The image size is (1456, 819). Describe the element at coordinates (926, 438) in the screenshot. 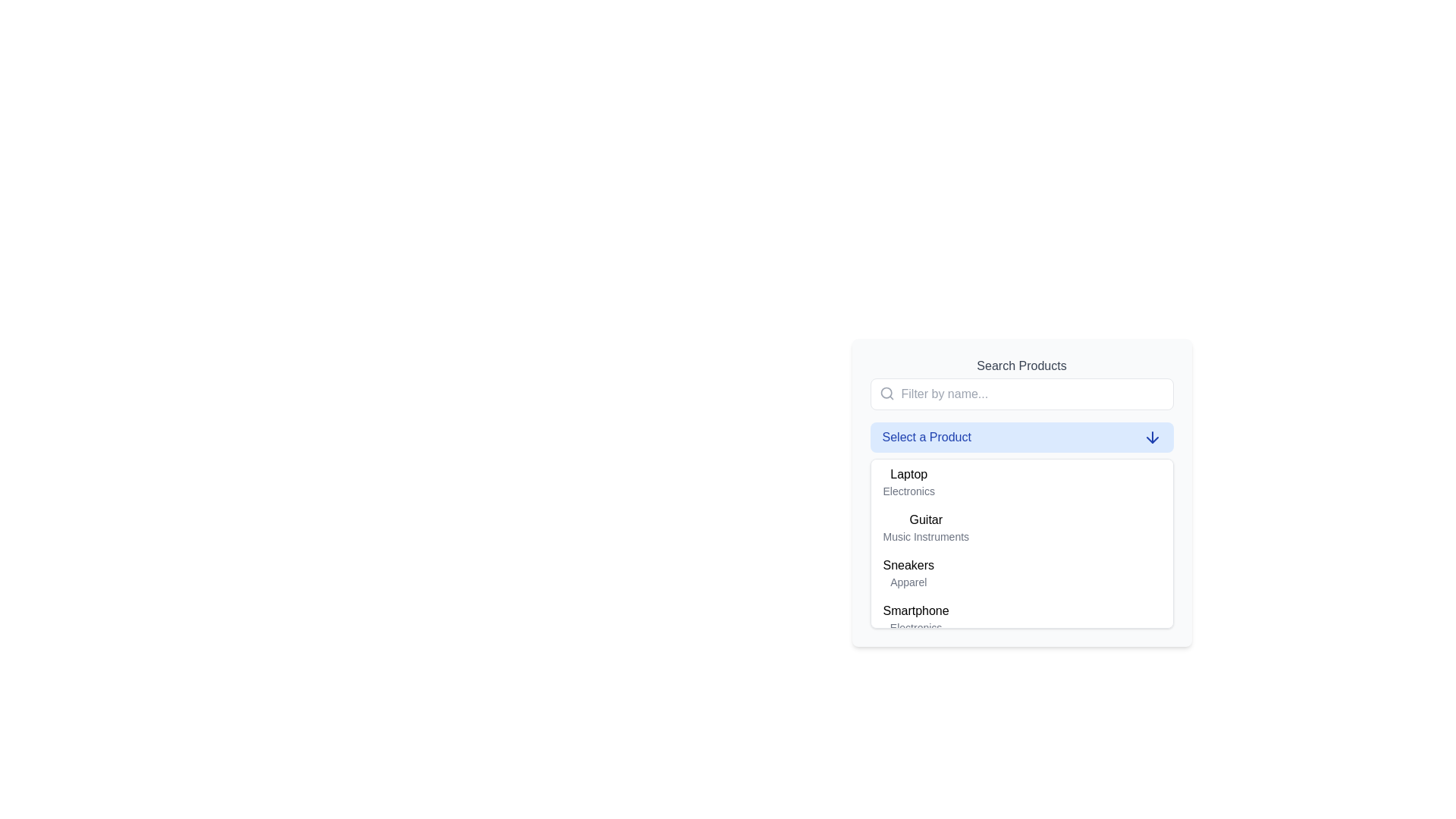

I see `the text label displaying 'Select a Product' in blue text within the dropdown menu` at that location.